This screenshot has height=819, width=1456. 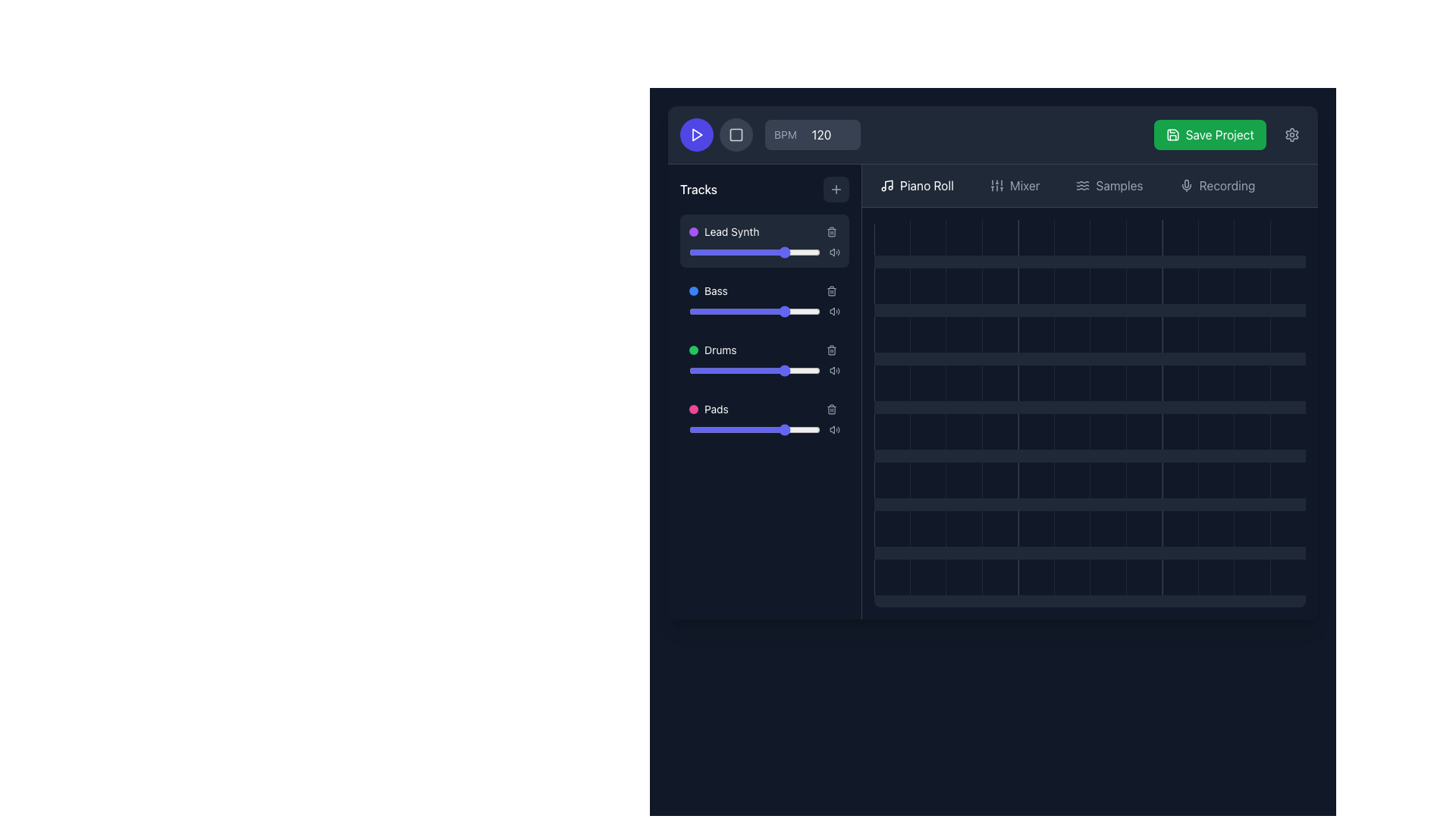 I want to click on the interactive grid cell located in the fourth column and fifth row of the piano roll interface, so click(x=963, y=431).